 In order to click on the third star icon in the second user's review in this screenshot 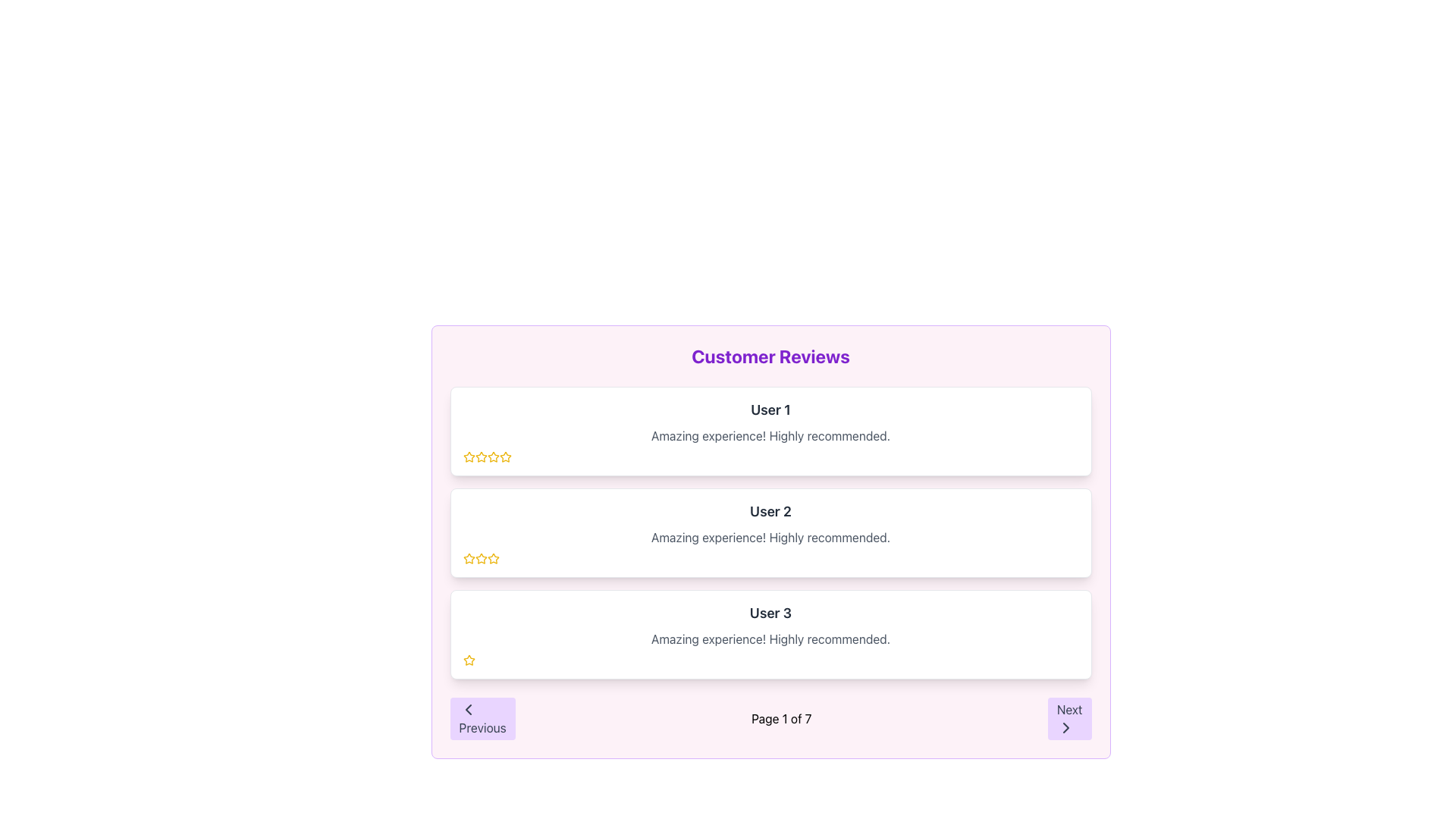, I will do `click(493, 558)`.